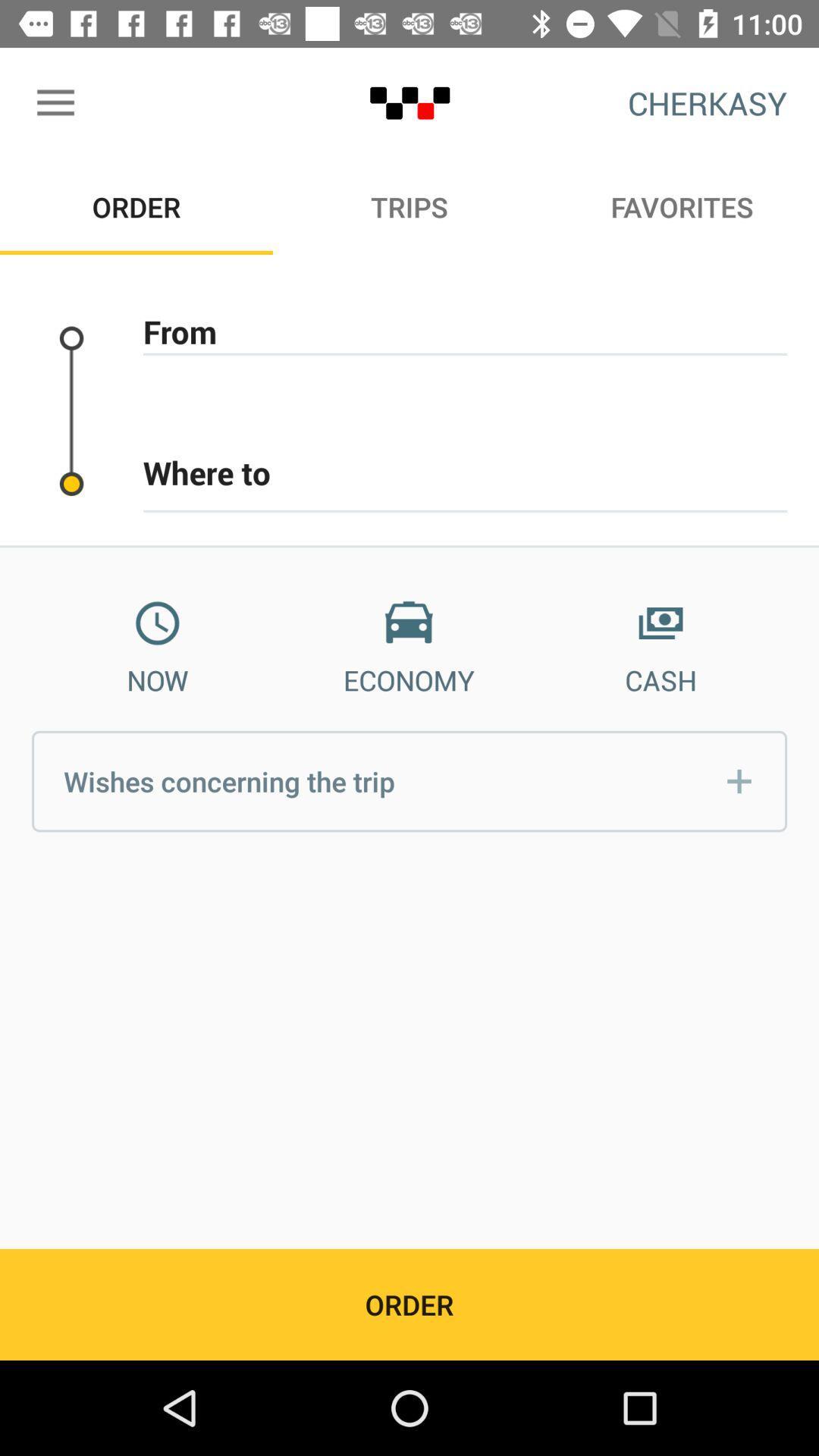 The image size is (819, 1456). I want to click on cherkasy icon, so click(708, 102).